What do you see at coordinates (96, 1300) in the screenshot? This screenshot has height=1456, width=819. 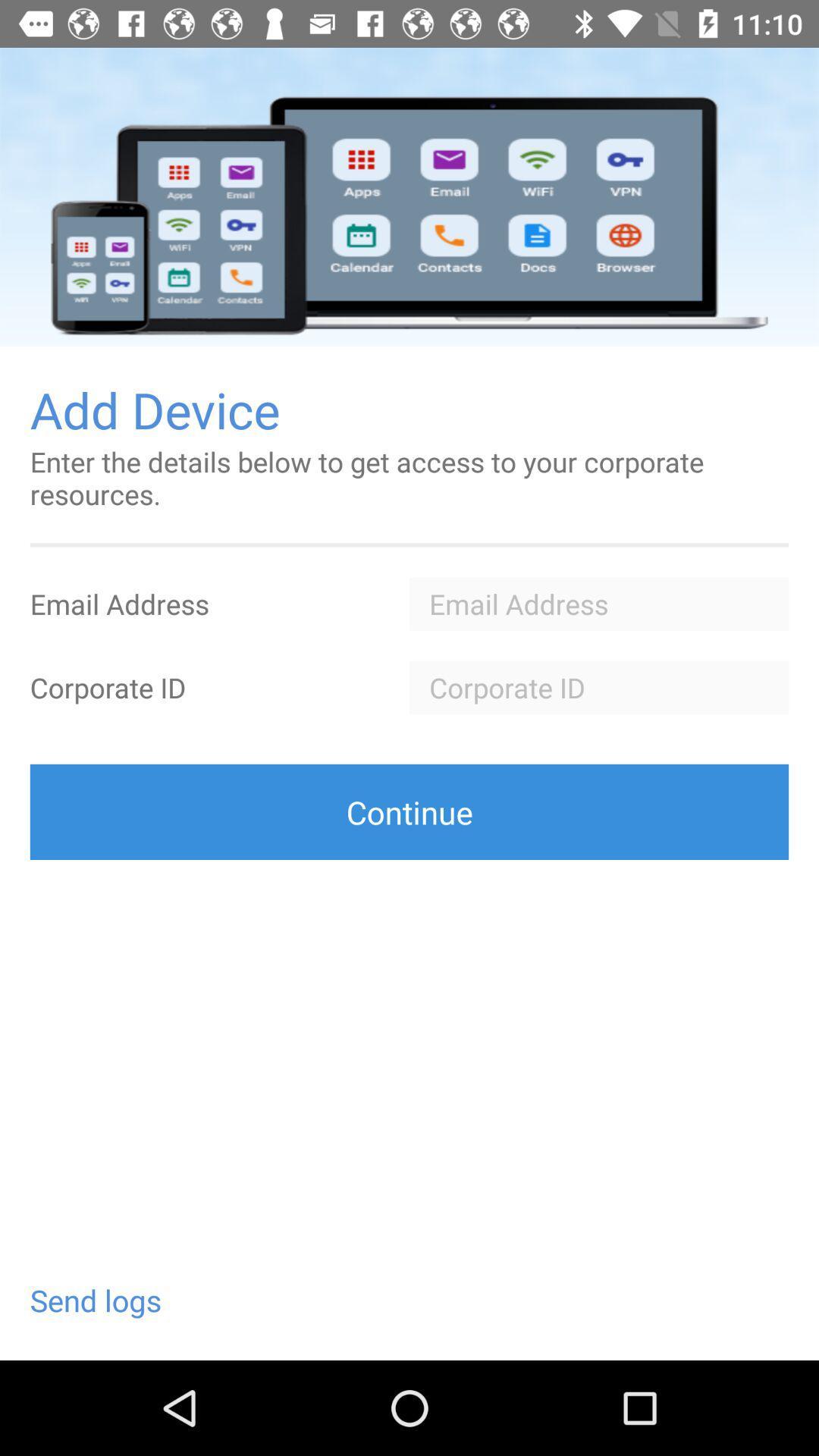 I see `the send logs icon` at bounding box center [96, 1300].